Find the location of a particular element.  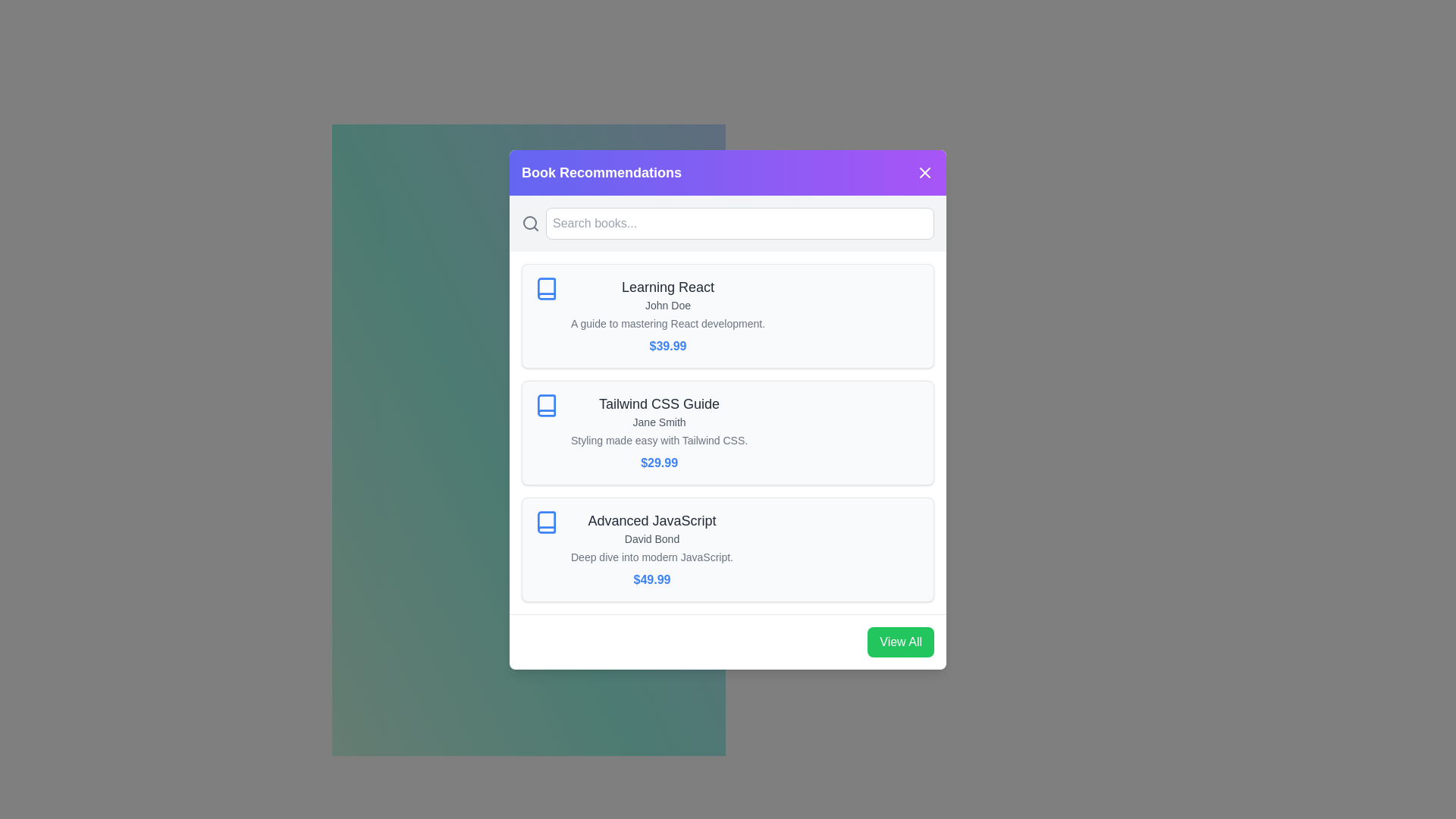

the title text label of the book in the first recommendation card under 'Book Recommendations' is located at coordinates (667, 287).